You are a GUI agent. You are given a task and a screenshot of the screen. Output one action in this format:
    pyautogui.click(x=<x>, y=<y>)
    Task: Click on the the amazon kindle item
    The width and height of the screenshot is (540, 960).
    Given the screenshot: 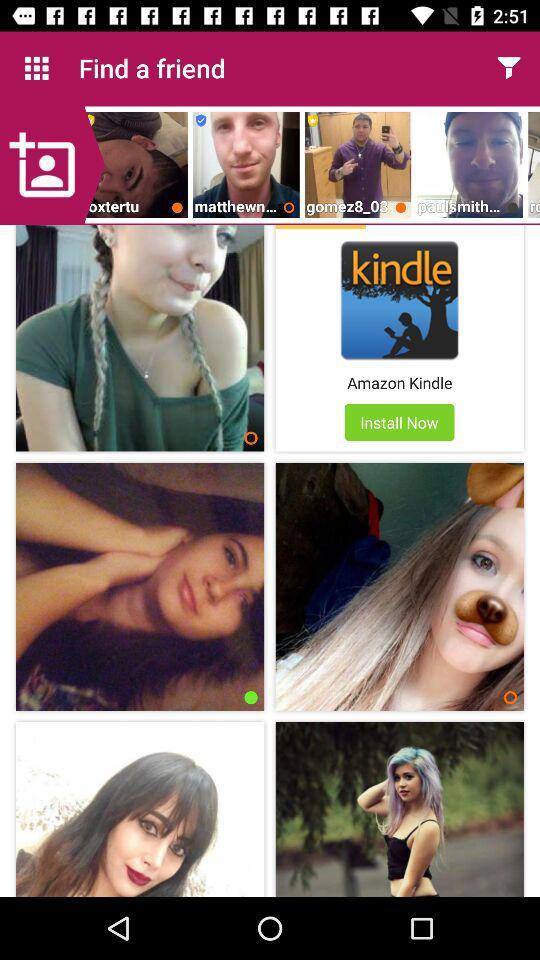 What is the action you would take?
    pyautogui.click(x=399, y=381)
    